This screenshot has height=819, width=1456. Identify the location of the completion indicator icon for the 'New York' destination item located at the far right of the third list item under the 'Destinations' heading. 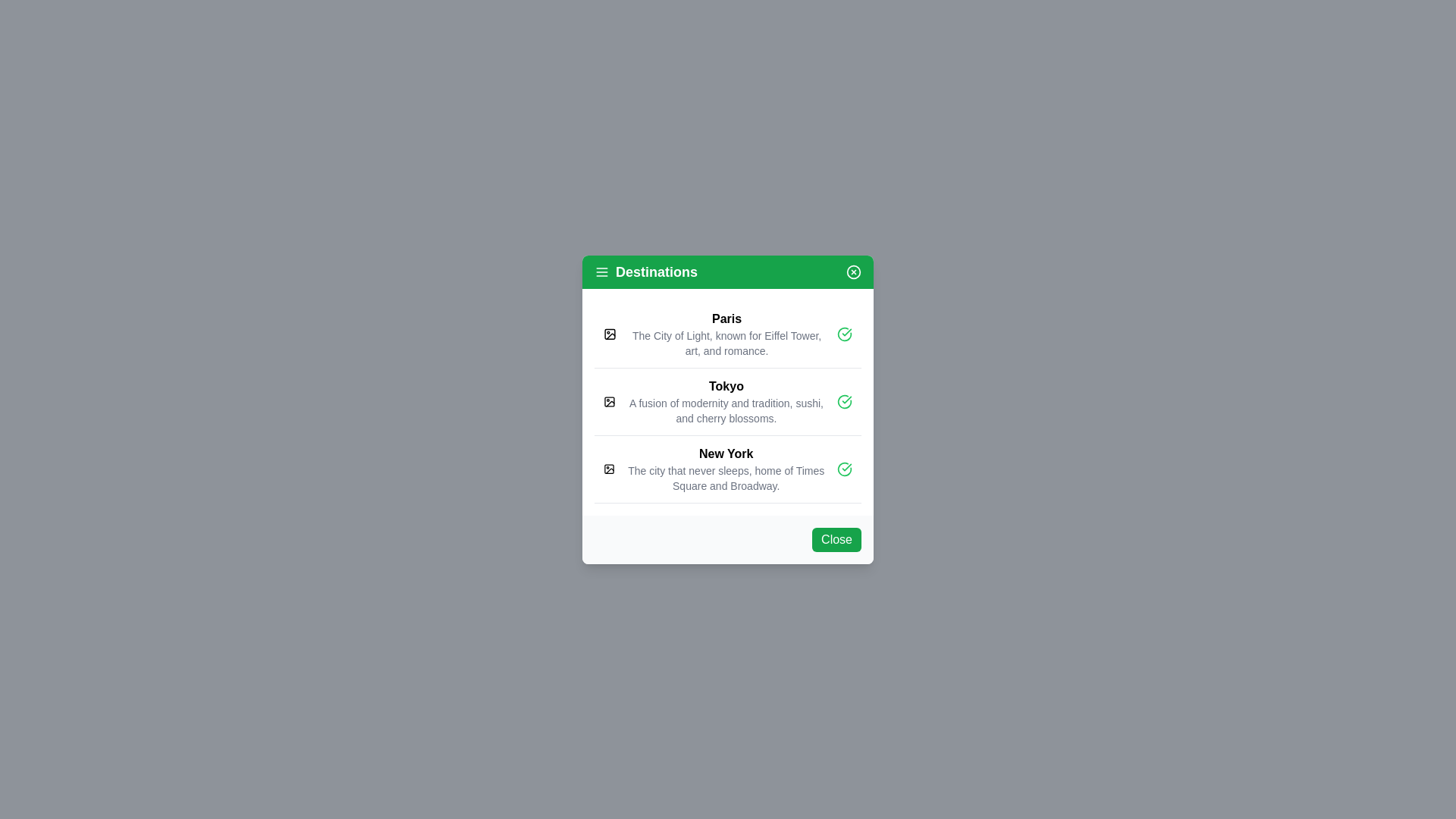
(843, 467).